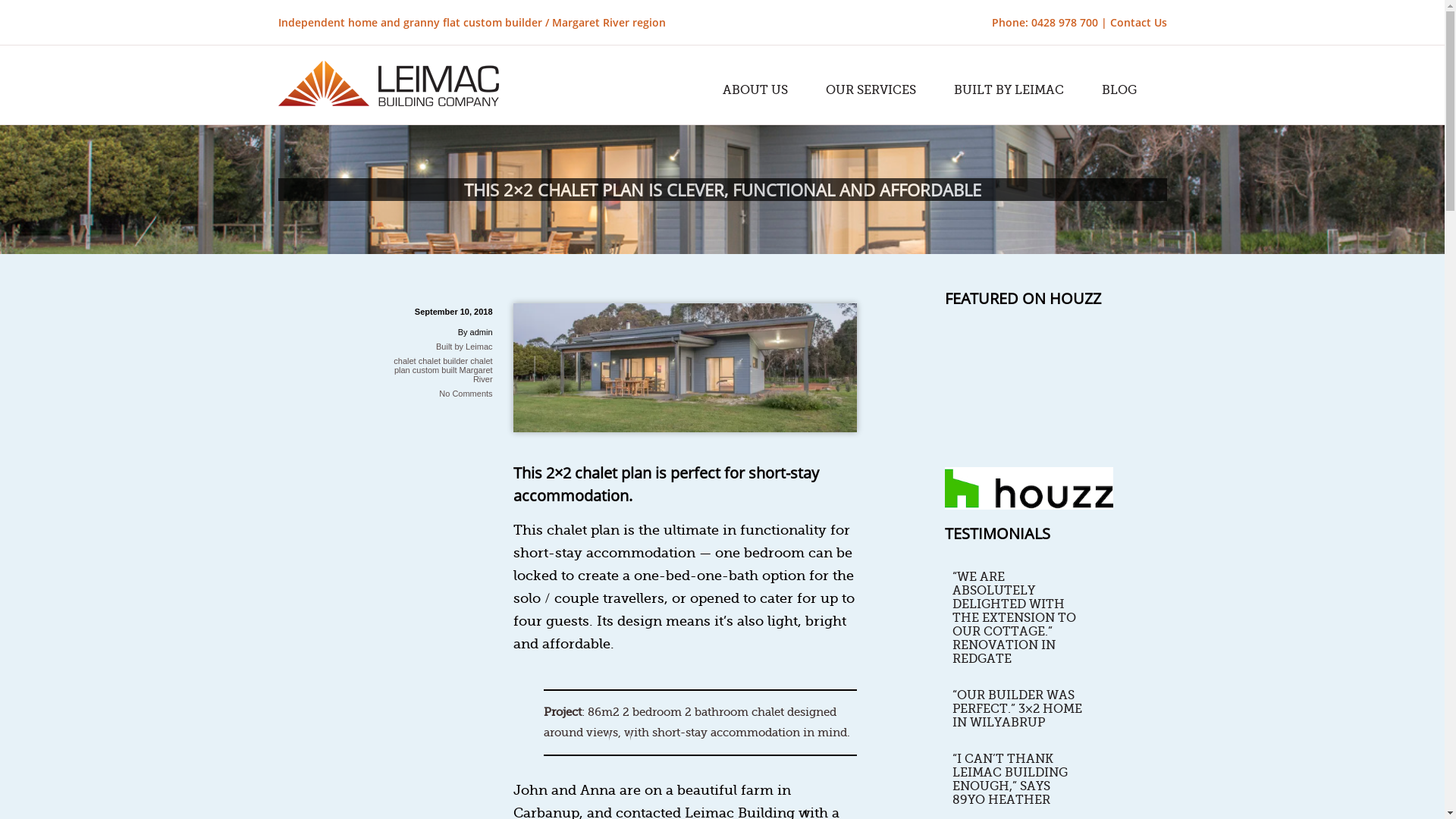  I want to click on 'BUILT BY LEIMAC', so click(1009, 90).